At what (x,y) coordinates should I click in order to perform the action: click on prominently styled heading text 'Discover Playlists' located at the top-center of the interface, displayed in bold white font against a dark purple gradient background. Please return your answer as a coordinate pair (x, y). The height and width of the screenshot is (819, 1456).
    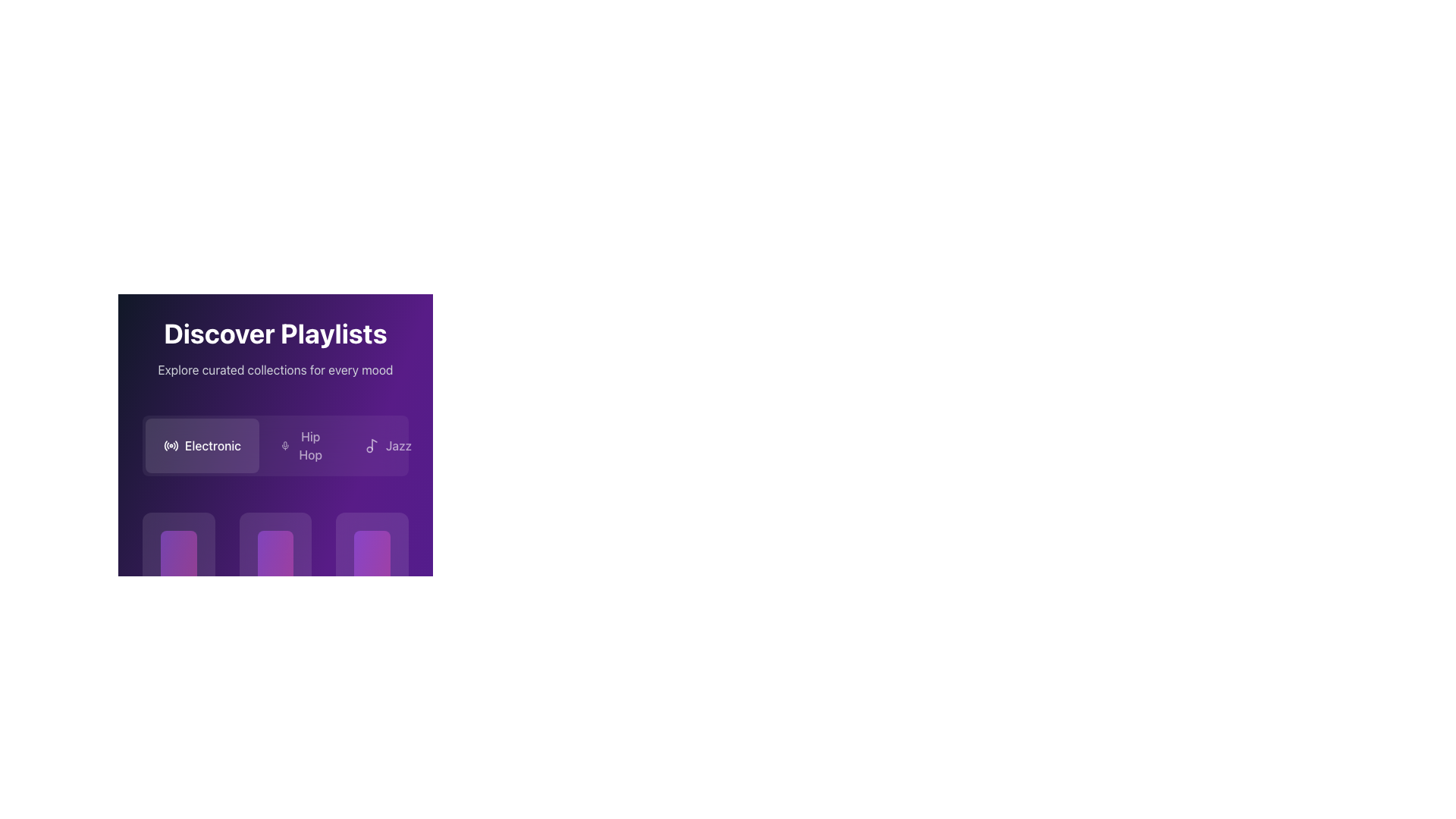
    Looking at the image, I should click on (275, 332).